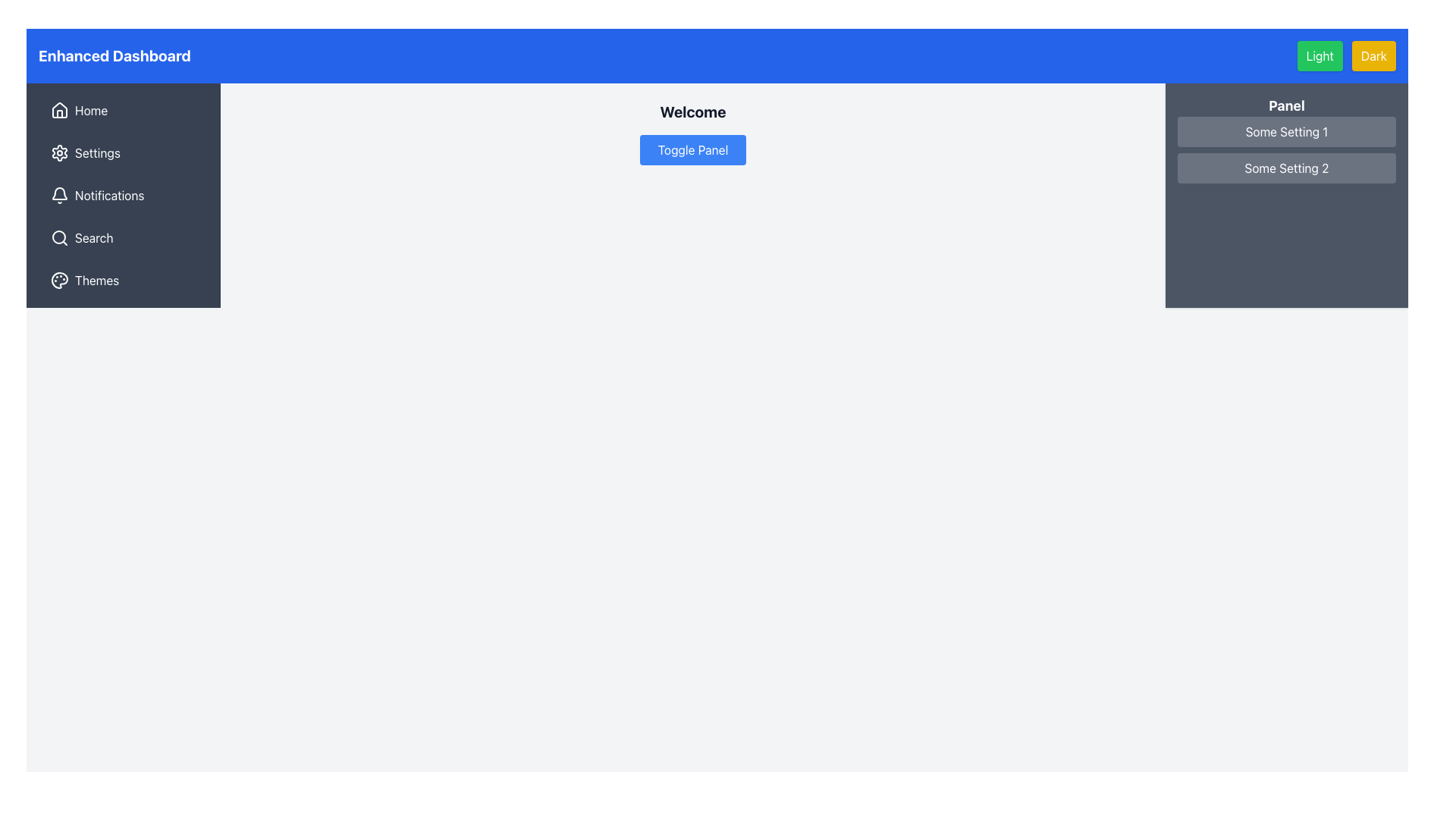 Image resolution: width=1456 pixels, height=819 pixels. I want to click on the 'Settings' text label, which is styled in white against a dark background and is the second item in the vertical navigation menu, so click(97, 152).